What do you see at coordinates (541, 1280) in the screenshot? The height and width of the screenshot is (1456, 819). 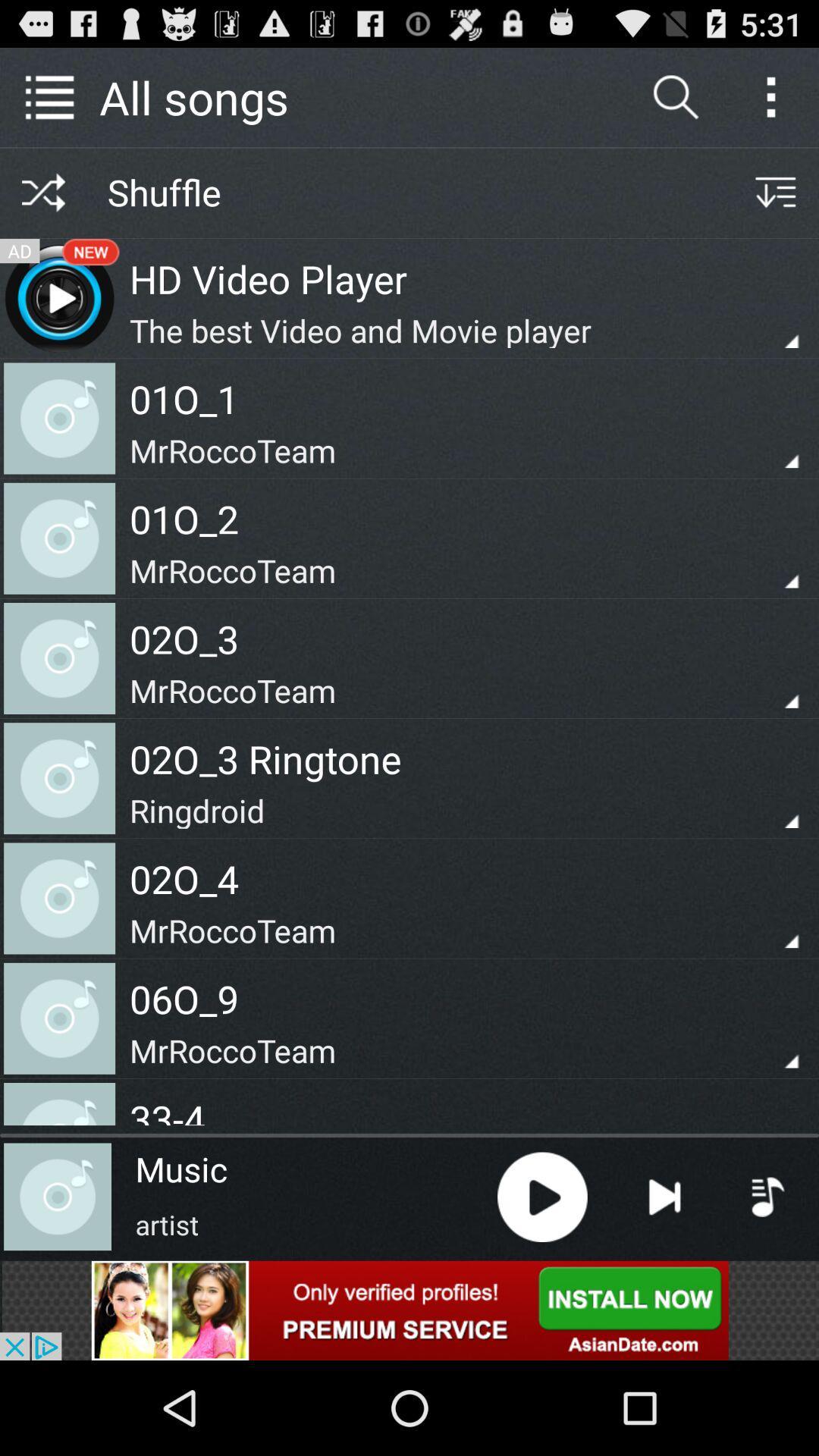 I see `the play icon` at bounding box center [541, 1280].